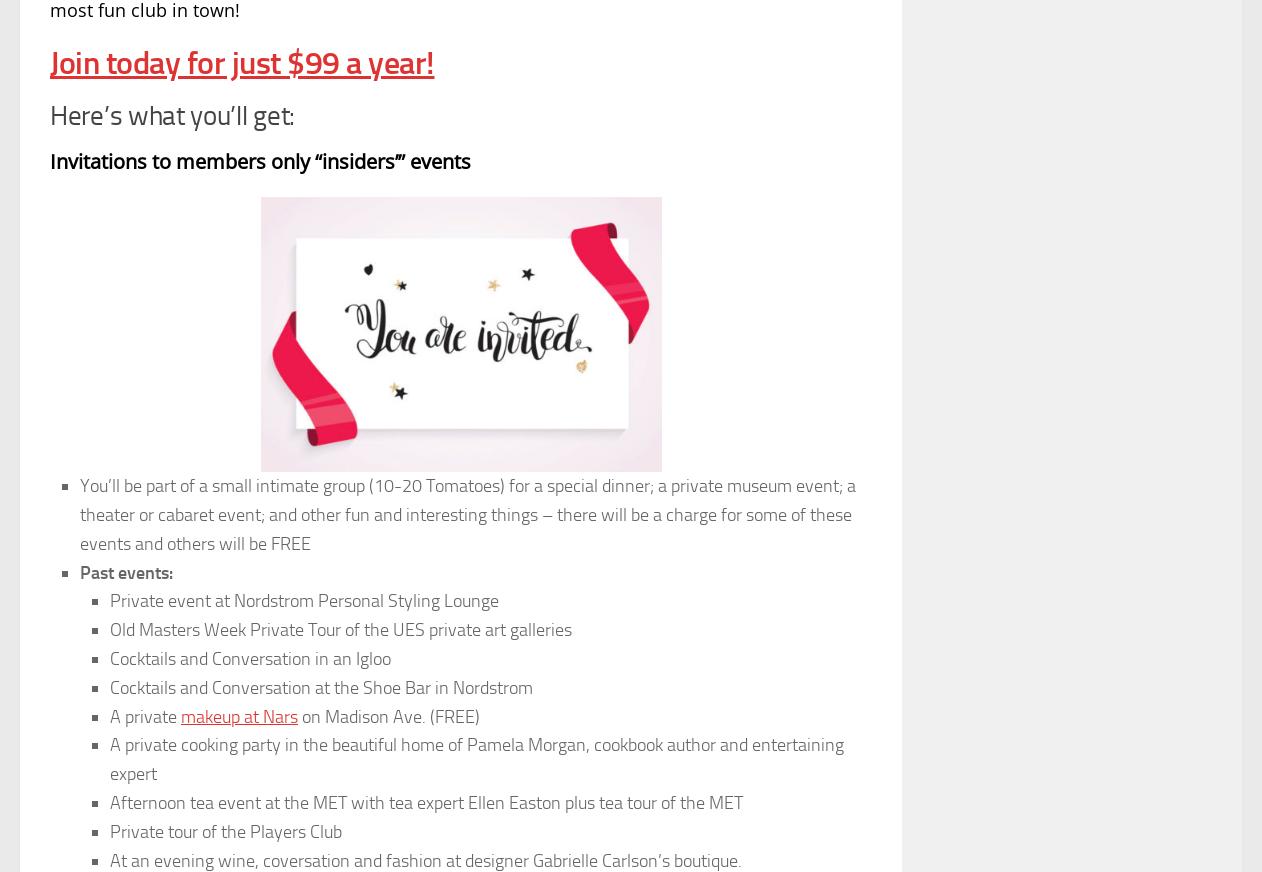 Image resolution: width=1262 pixels, height=872 pixels. I want to click on 'Past events:', so click(125, 572).